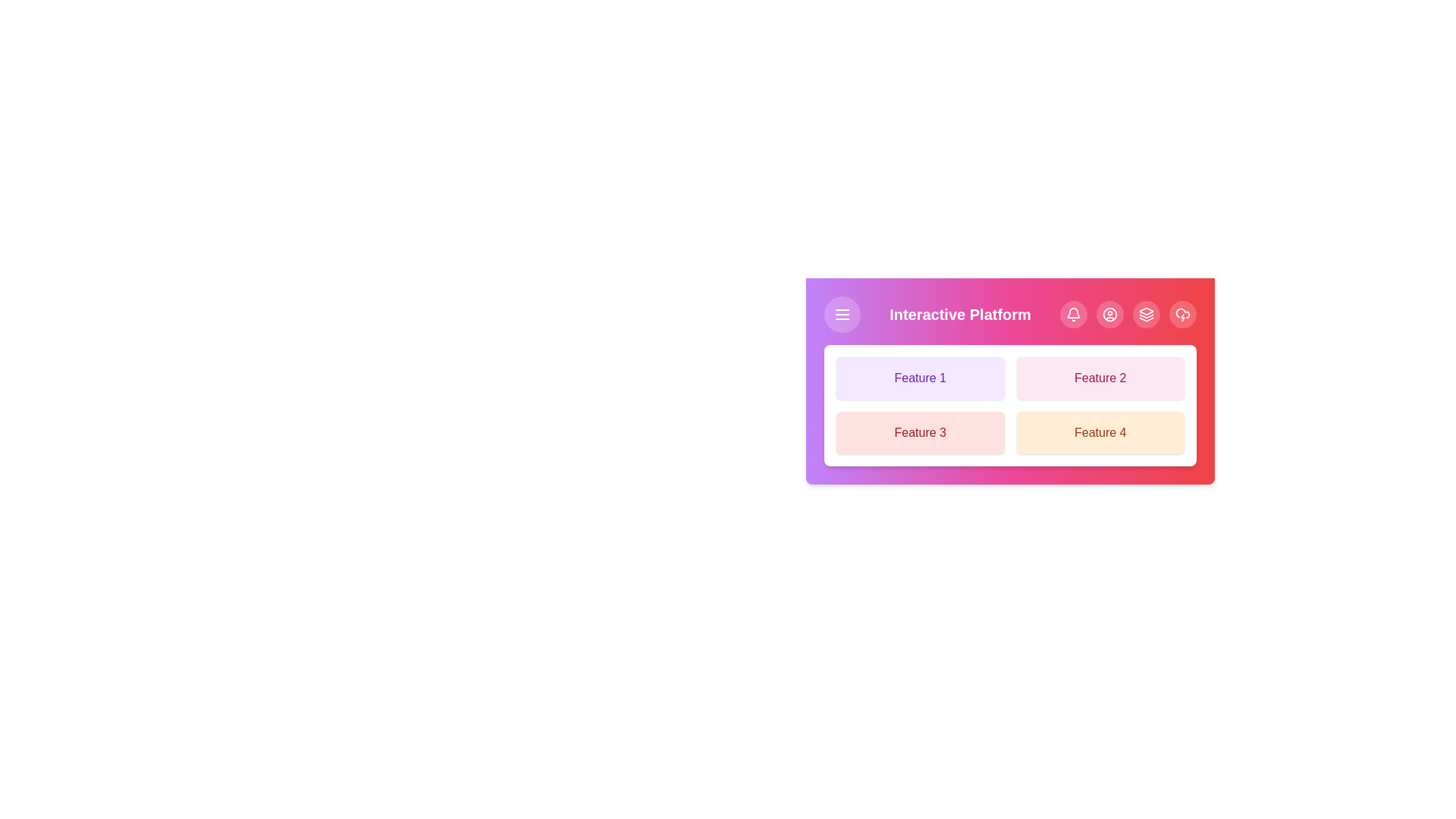 Image resolution: width=1456 pixels, height=819 pixels. Describe the element at coordinates (1182, 314) in the screenshot. I see `the navigation button CloudLightning` at that location.